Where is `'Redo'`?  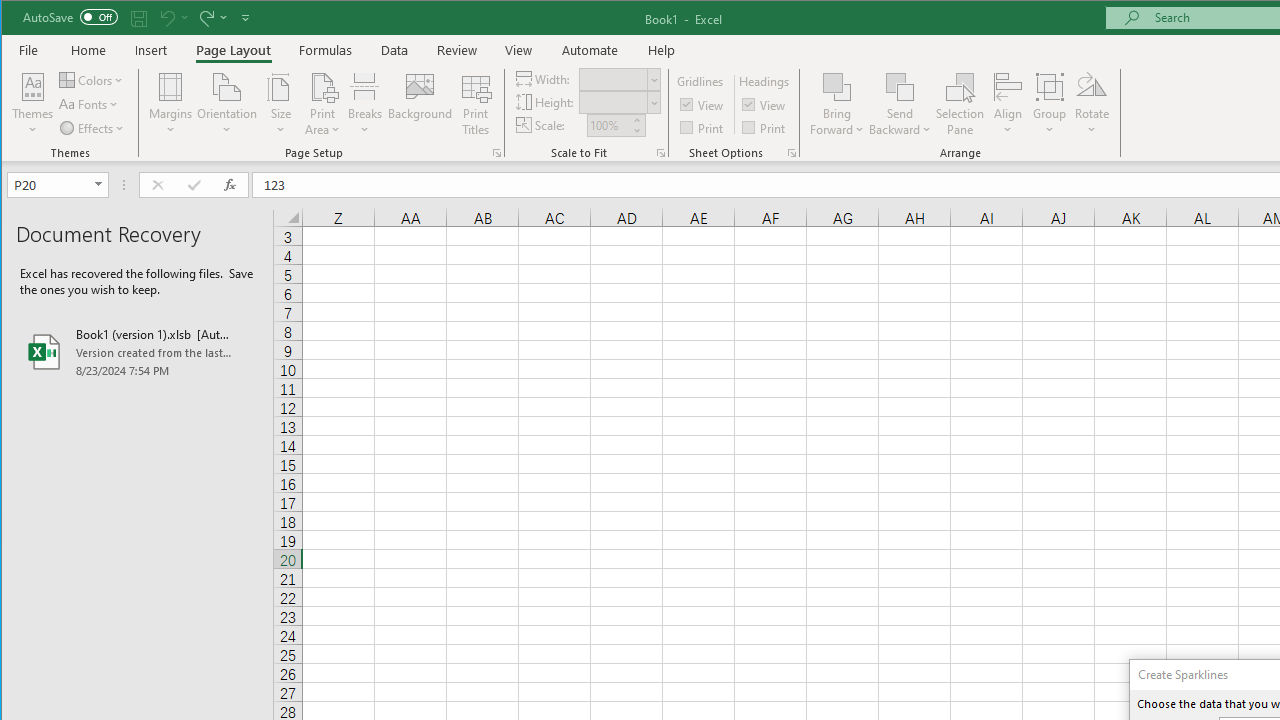
'Redo' is located at coordinates (211, 17).